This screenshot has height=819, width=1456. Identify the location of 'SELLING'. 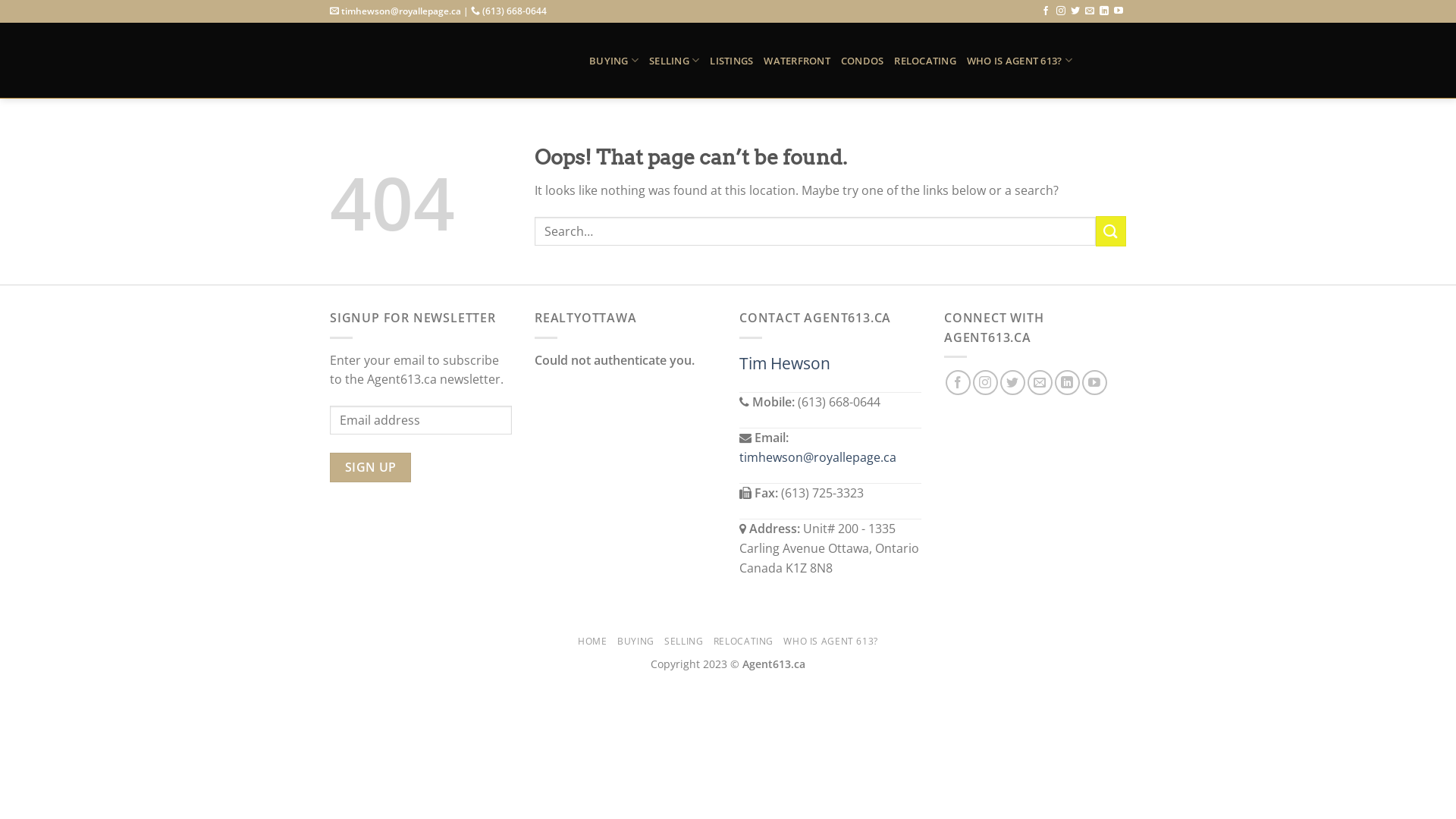
(673, 59).